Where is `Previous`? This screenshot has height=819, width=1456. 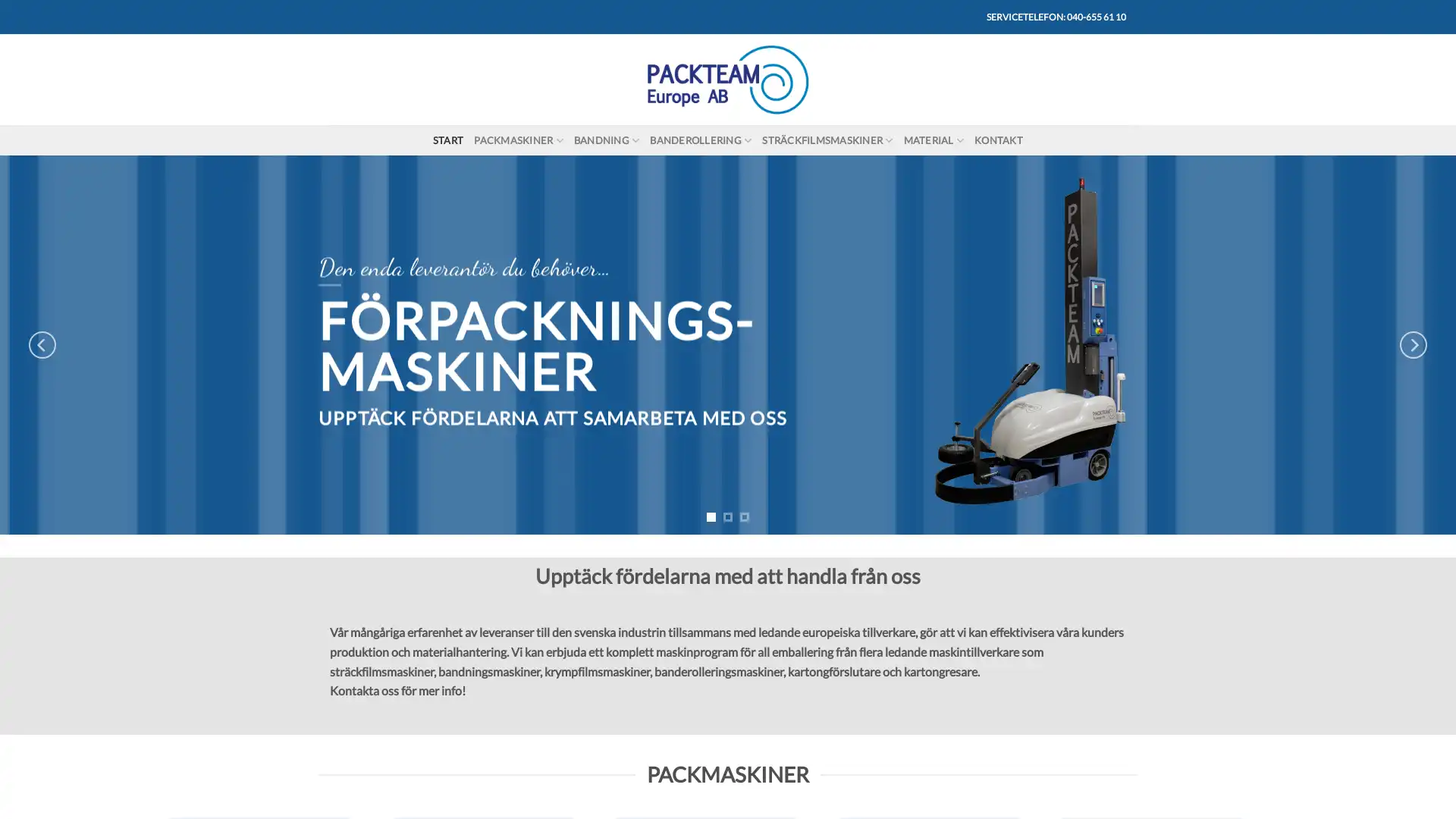
Previous is located at coordinates (331, 570).